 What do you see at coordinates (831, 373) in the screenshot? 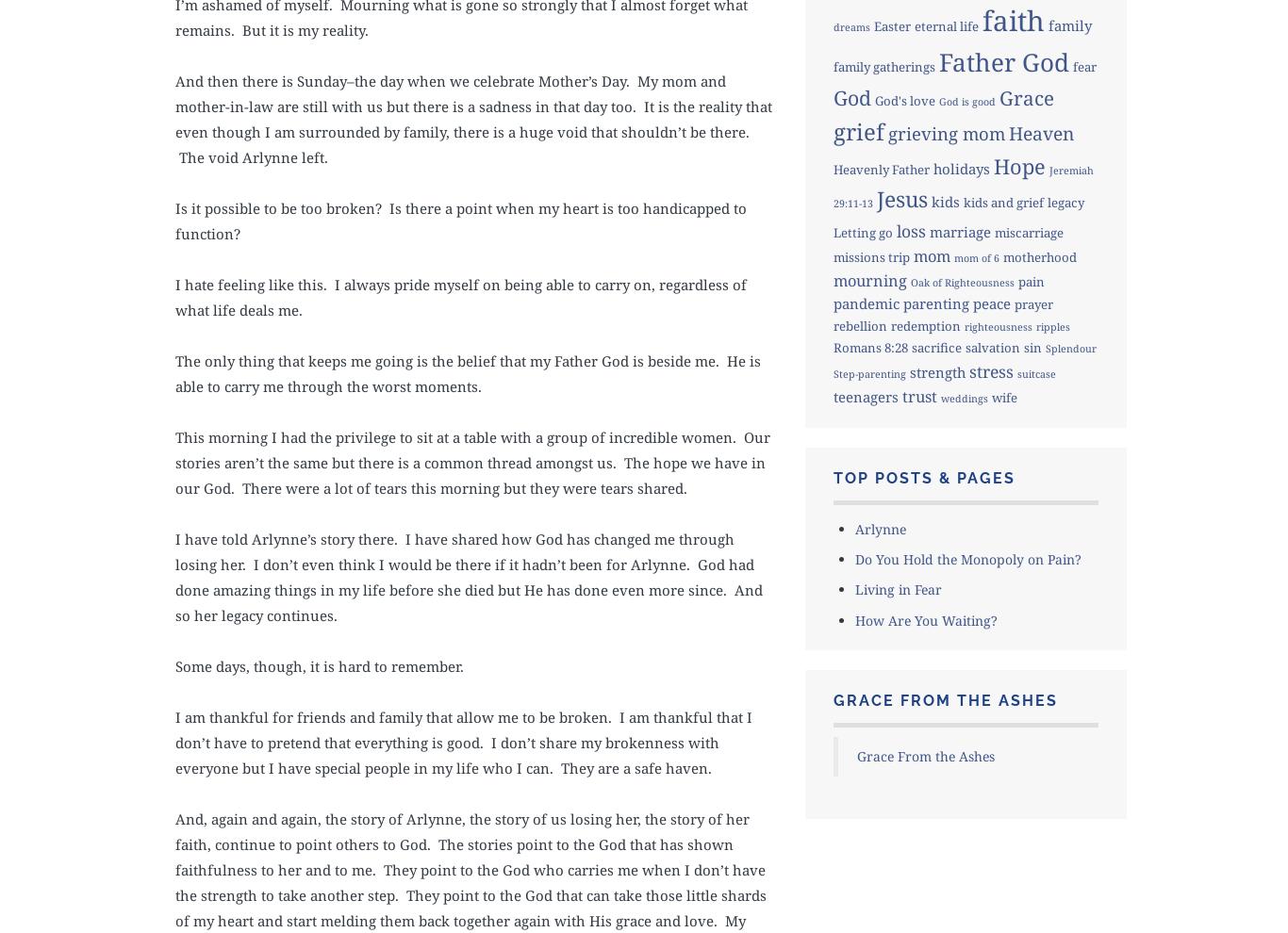
I see `'Step-parenting'` at bounding box center [831, 373].